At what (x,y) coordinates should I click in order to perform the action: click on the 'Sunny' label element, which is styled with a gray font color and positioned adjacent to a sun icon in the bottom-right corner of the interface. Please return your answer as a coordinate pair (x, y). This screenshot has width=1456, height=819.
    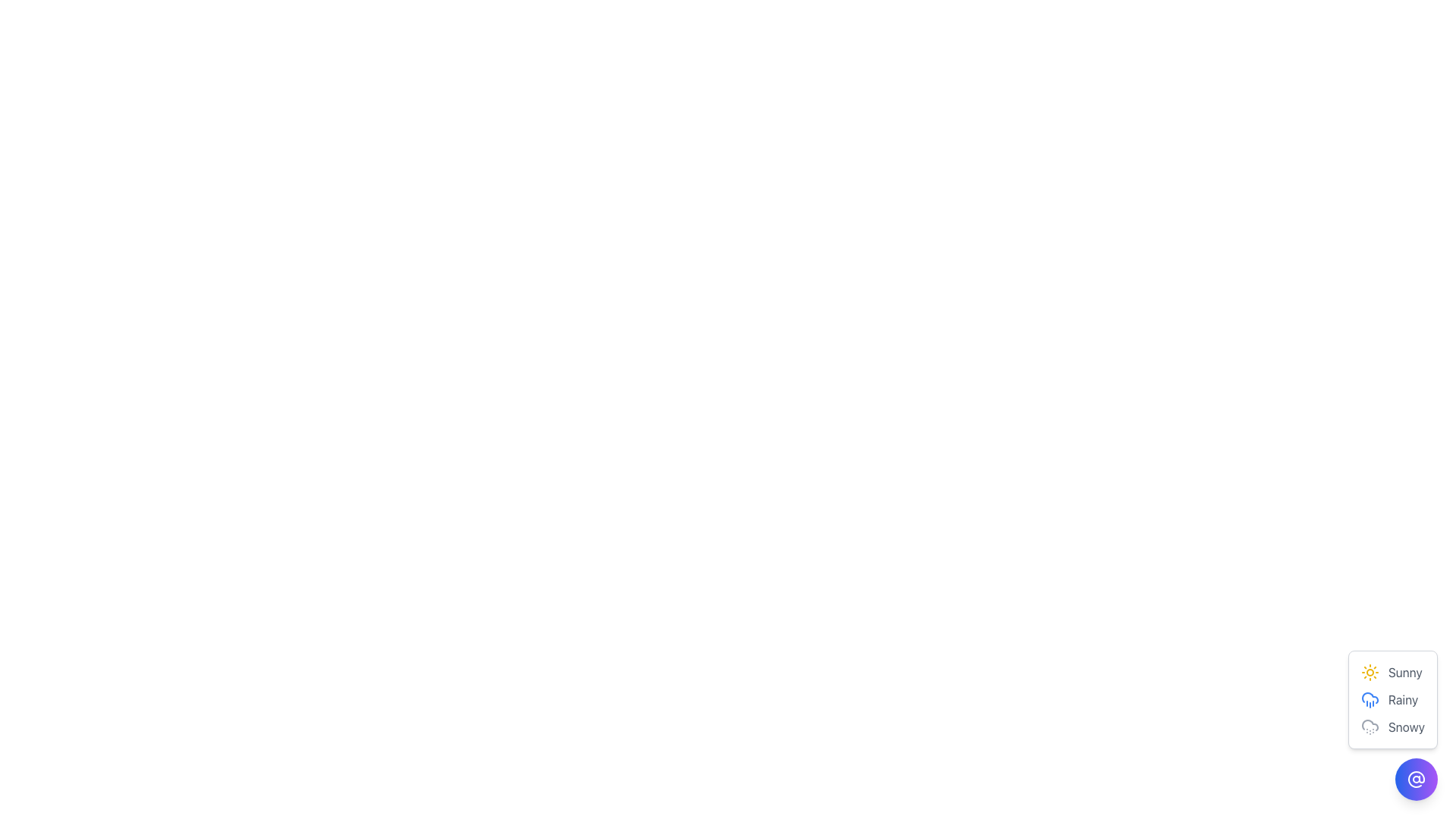
    Looking at the image, I should click on (1404, 672).